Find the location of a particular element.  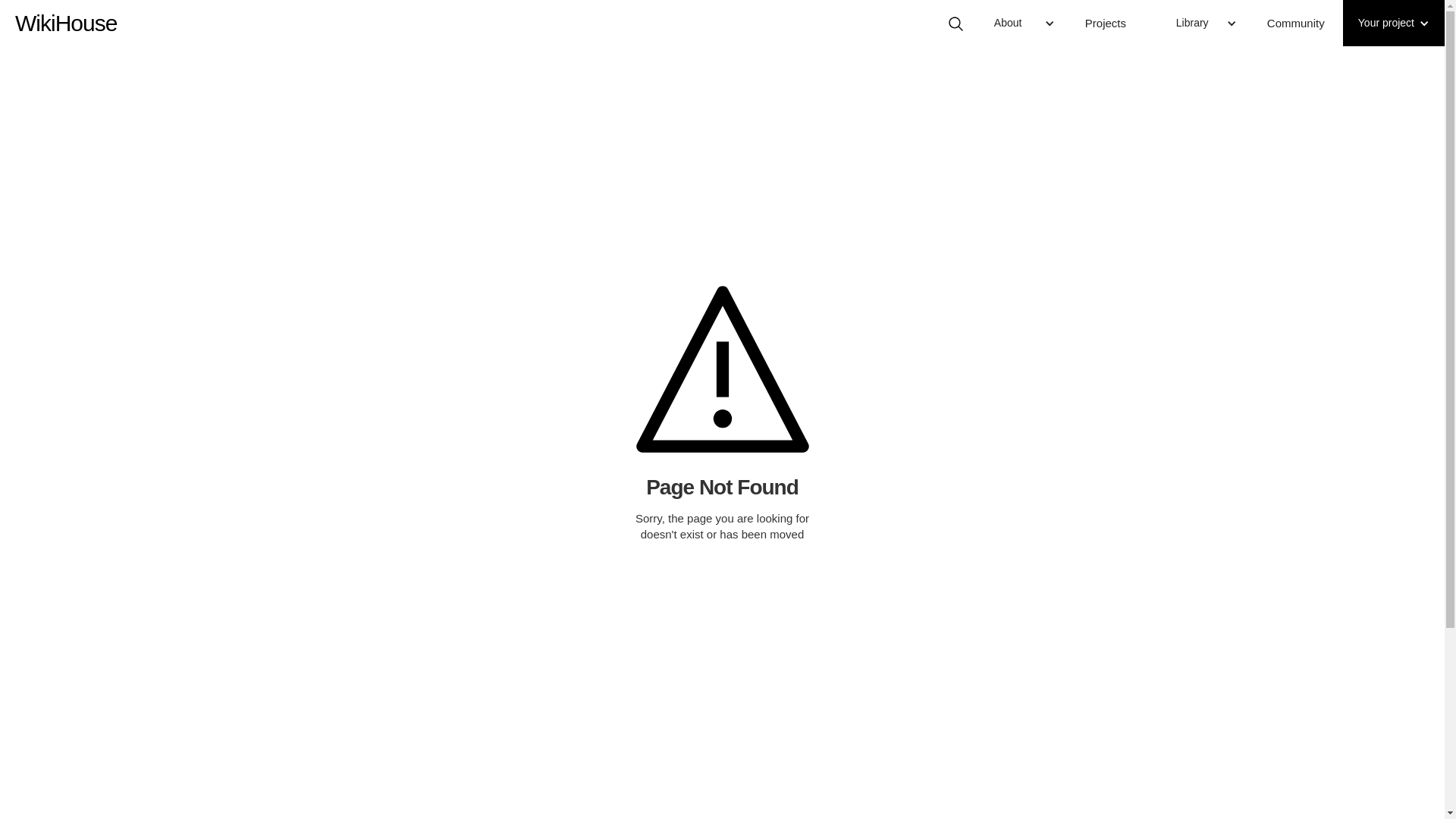

'WikiHouse' is located at coordinates (64, 15).